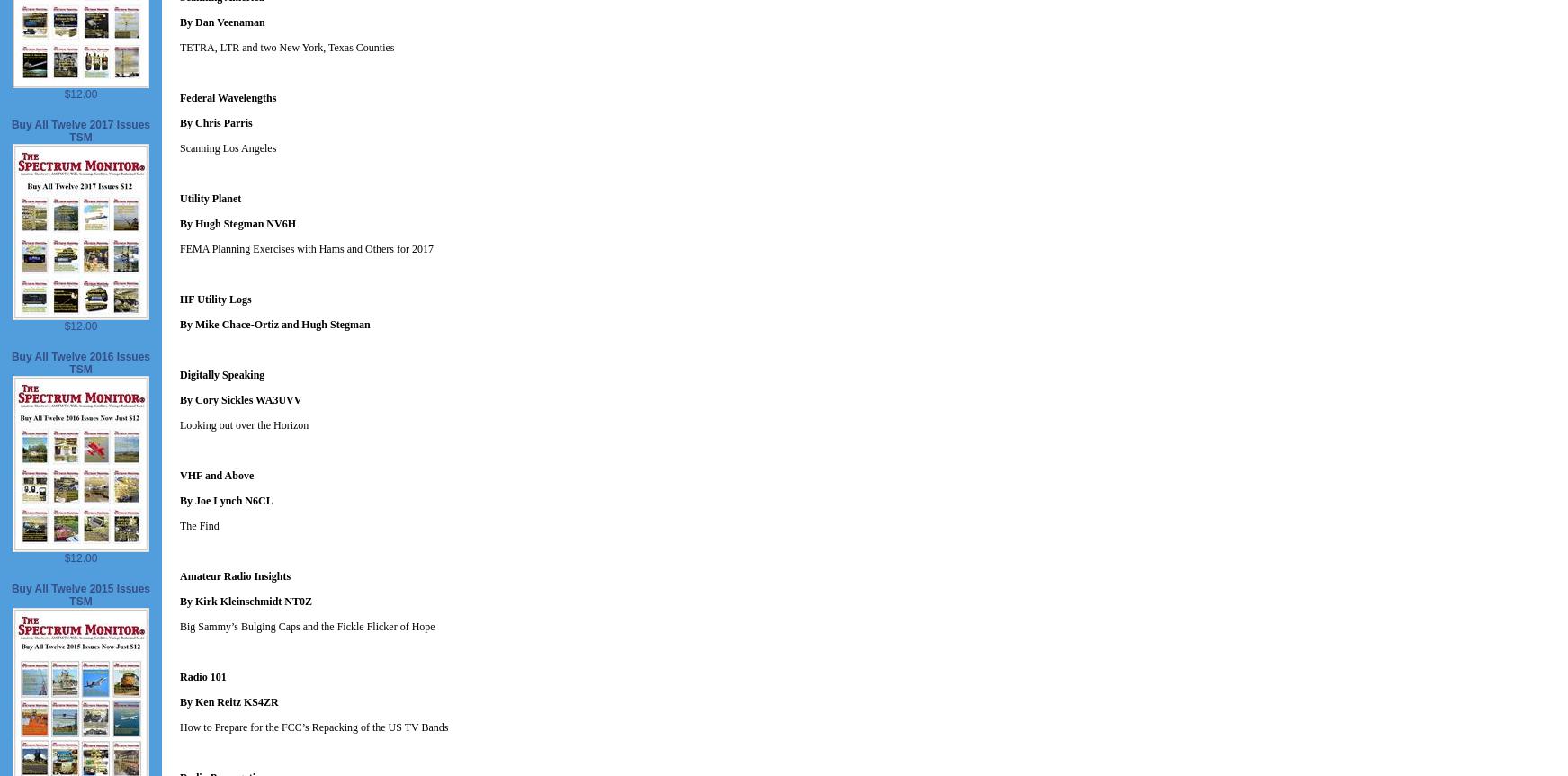 The height and width of the screenshot is (776, 1568). Describe the element at coordinates (227, 96) in the screenshot. I see `'Federal Wavelengths'` at that location.